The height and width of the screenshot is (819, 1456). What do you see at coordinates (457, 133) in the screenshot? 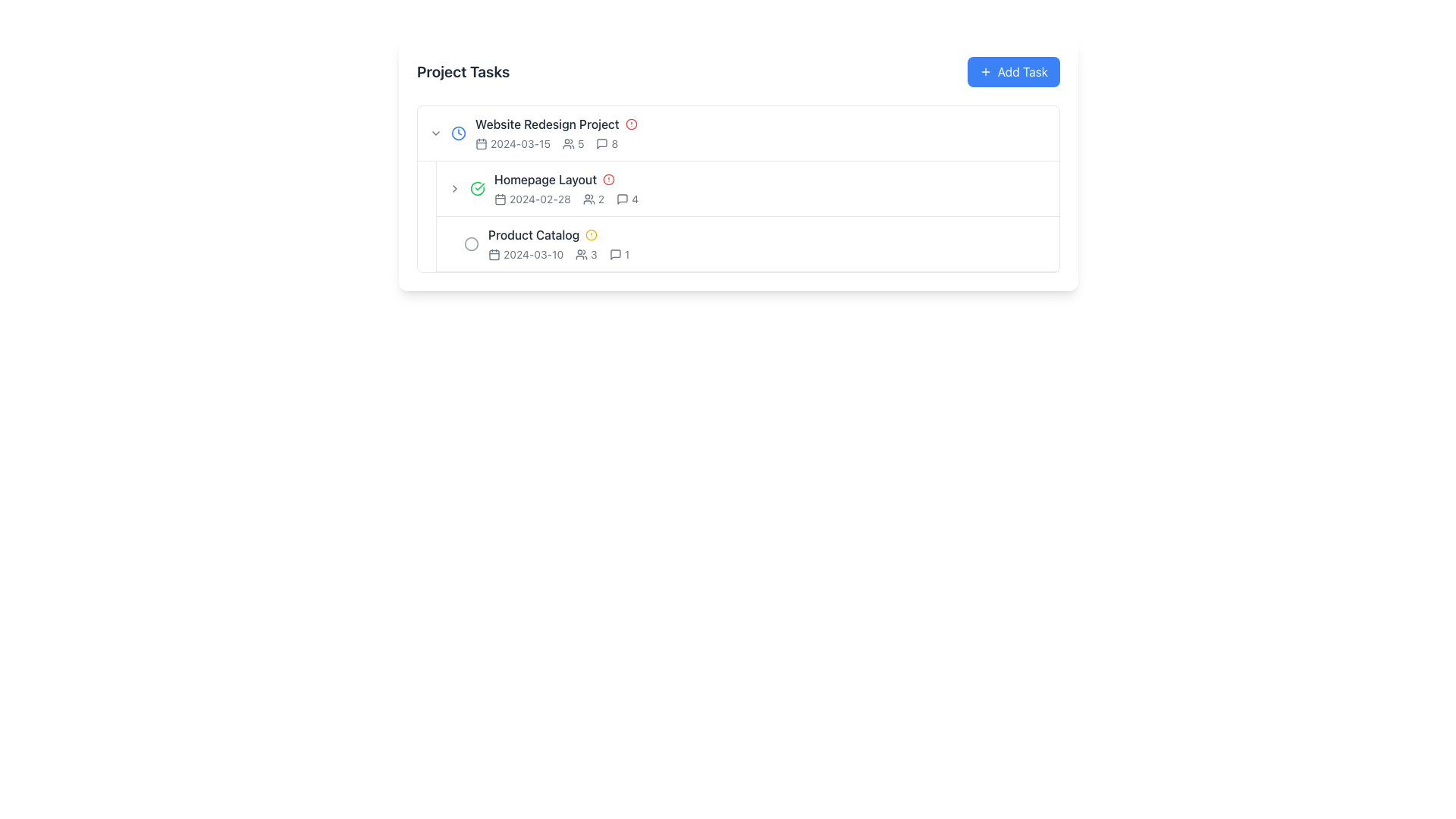
I see `the blue clock icon with a circular outline located next to the title text in the 'Website Redesign Project' row` at bounding box center [457, 133].